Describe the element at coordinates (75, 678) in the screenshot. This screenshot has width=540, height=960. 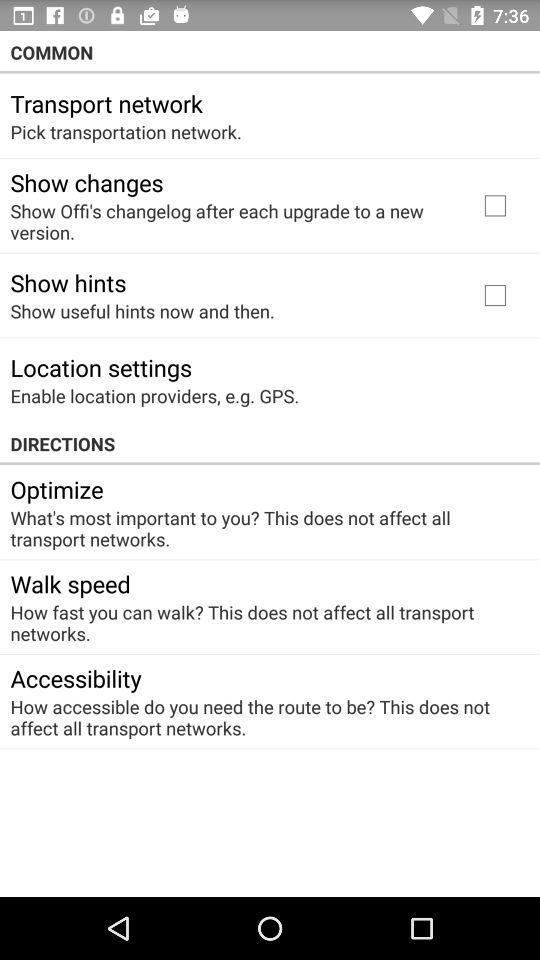
I see `the accessibility` at that location.